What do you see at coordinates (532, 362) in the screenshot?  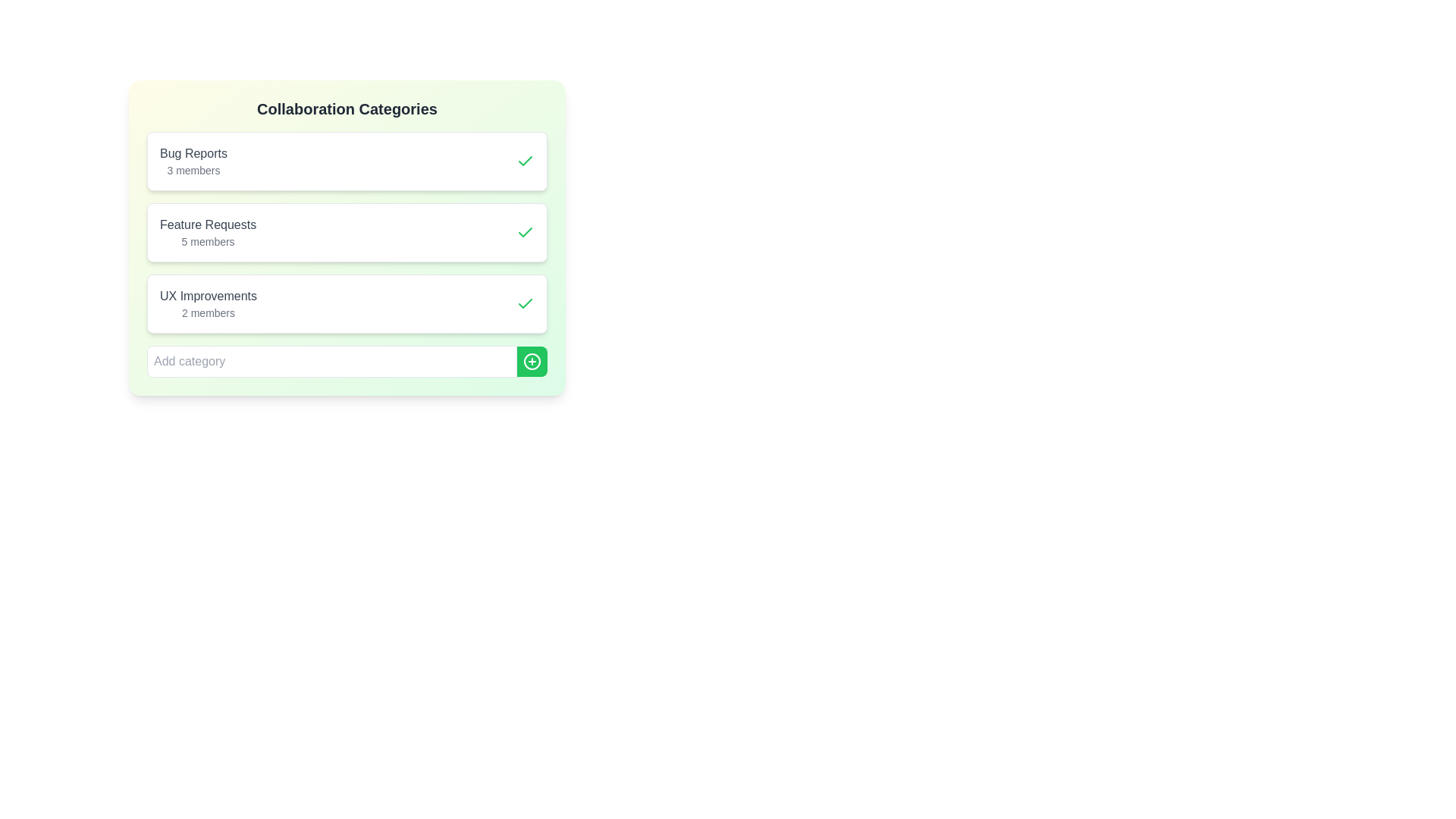 I see `the green plus button to add a new category` at bounding box center [532, 362].